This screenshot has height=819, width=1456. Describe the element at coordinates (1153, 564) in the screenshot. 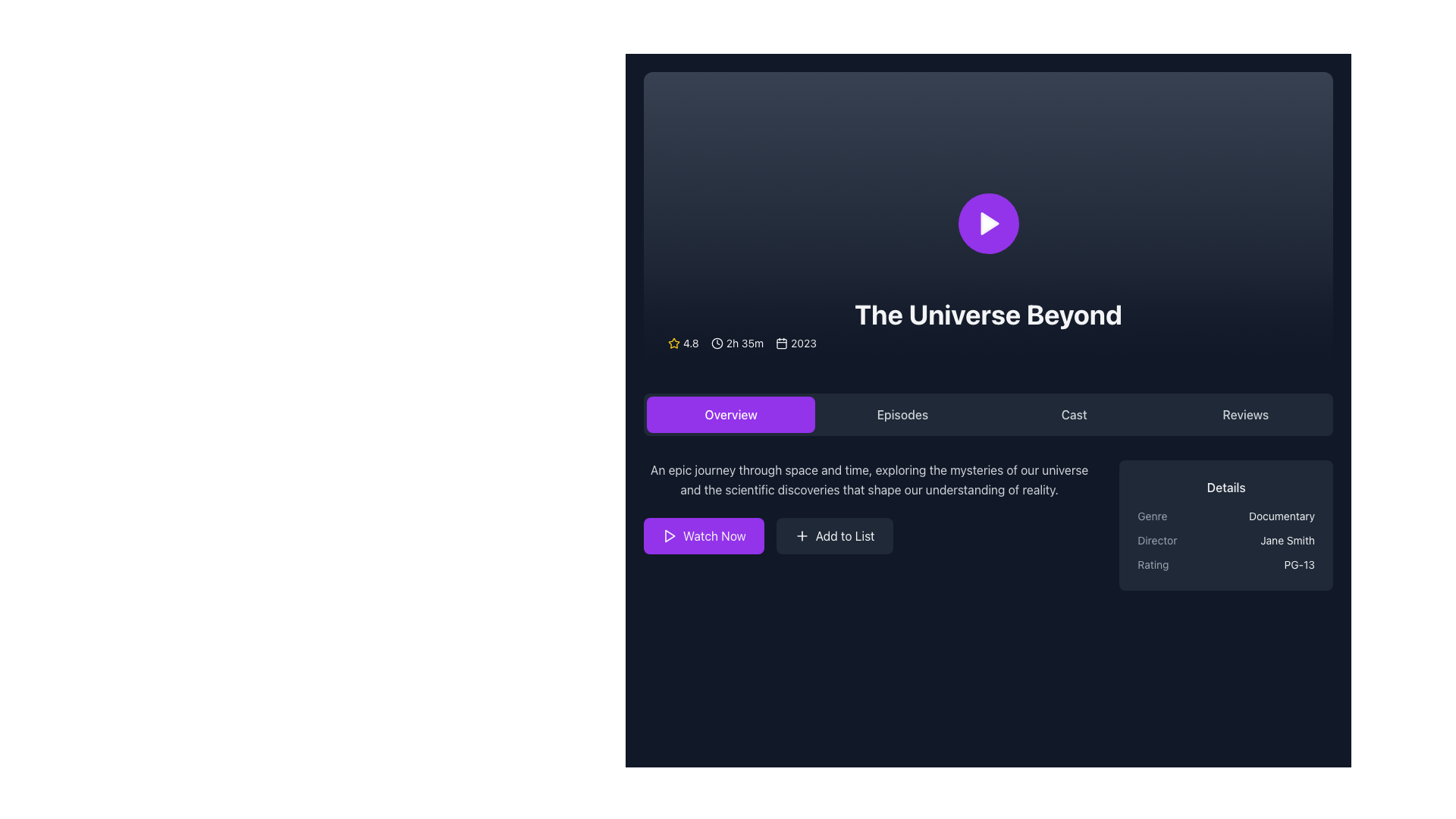

I see `the label indicating the rating of the content, which is located in the 'Details' section to the left of the rating value 'PG-13'` at that location.